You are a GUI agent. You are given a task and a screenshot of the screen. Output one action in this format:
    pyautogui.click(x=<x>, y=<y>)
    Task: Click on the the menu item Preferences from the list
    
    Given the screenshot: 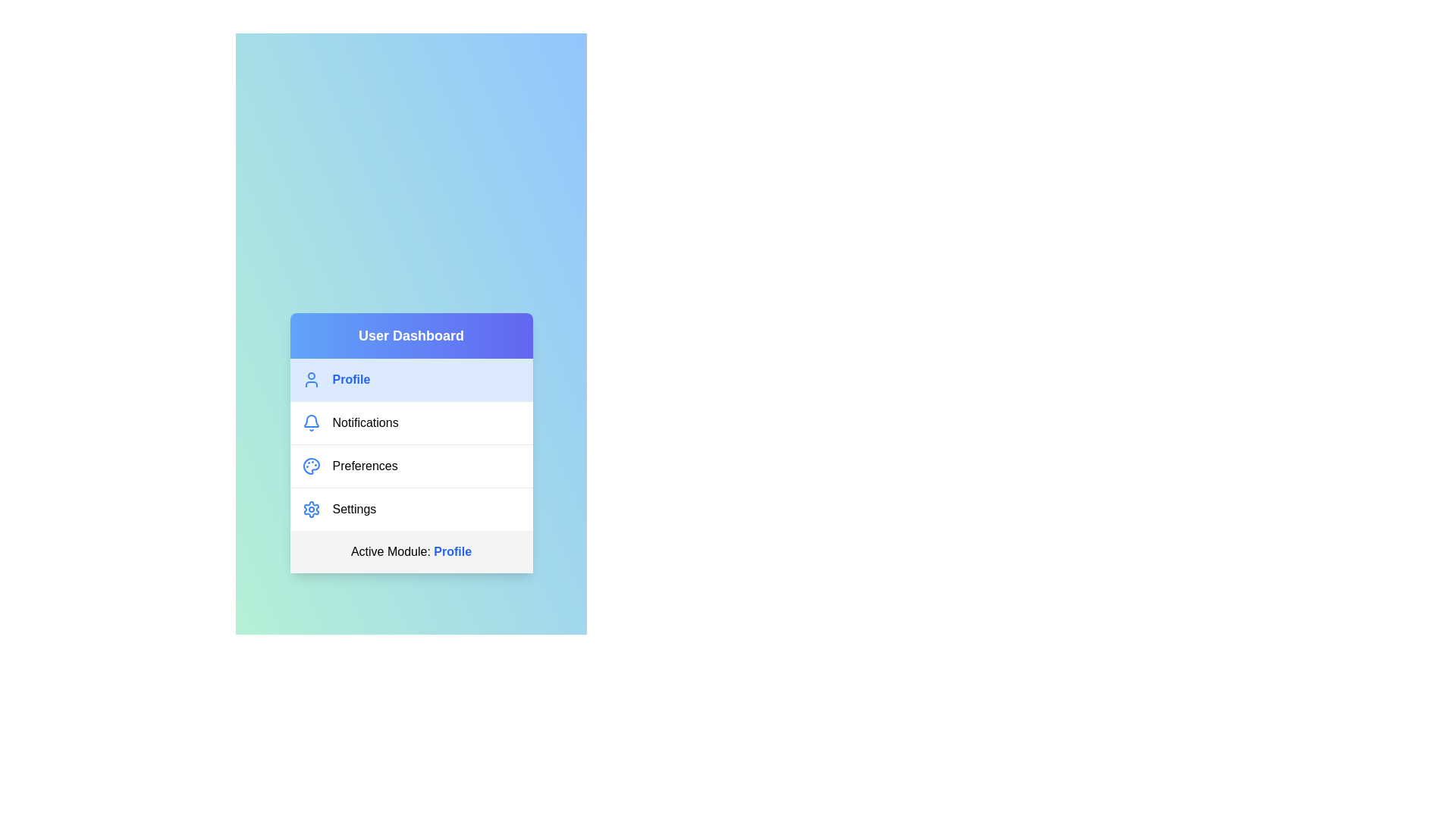 What is the action you would take?
    pyautogui.click(x=411, y=464)
    